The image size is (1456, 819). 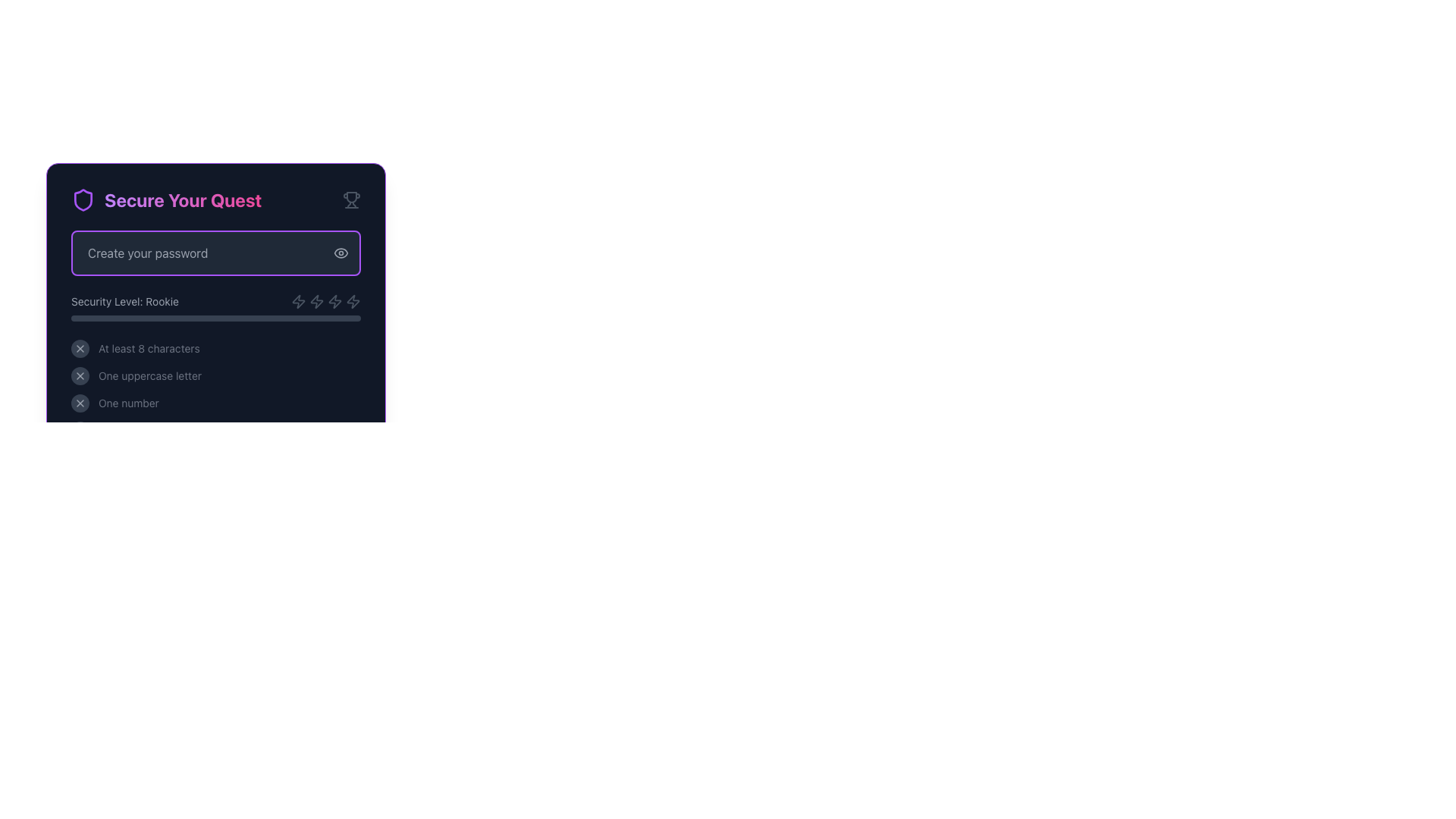 I want to click on the bold text heading with a gradient from purple to pink, which is accompanied by a purple shield icon on the left and a trophy icon on the right, so click(x=166, y=199).